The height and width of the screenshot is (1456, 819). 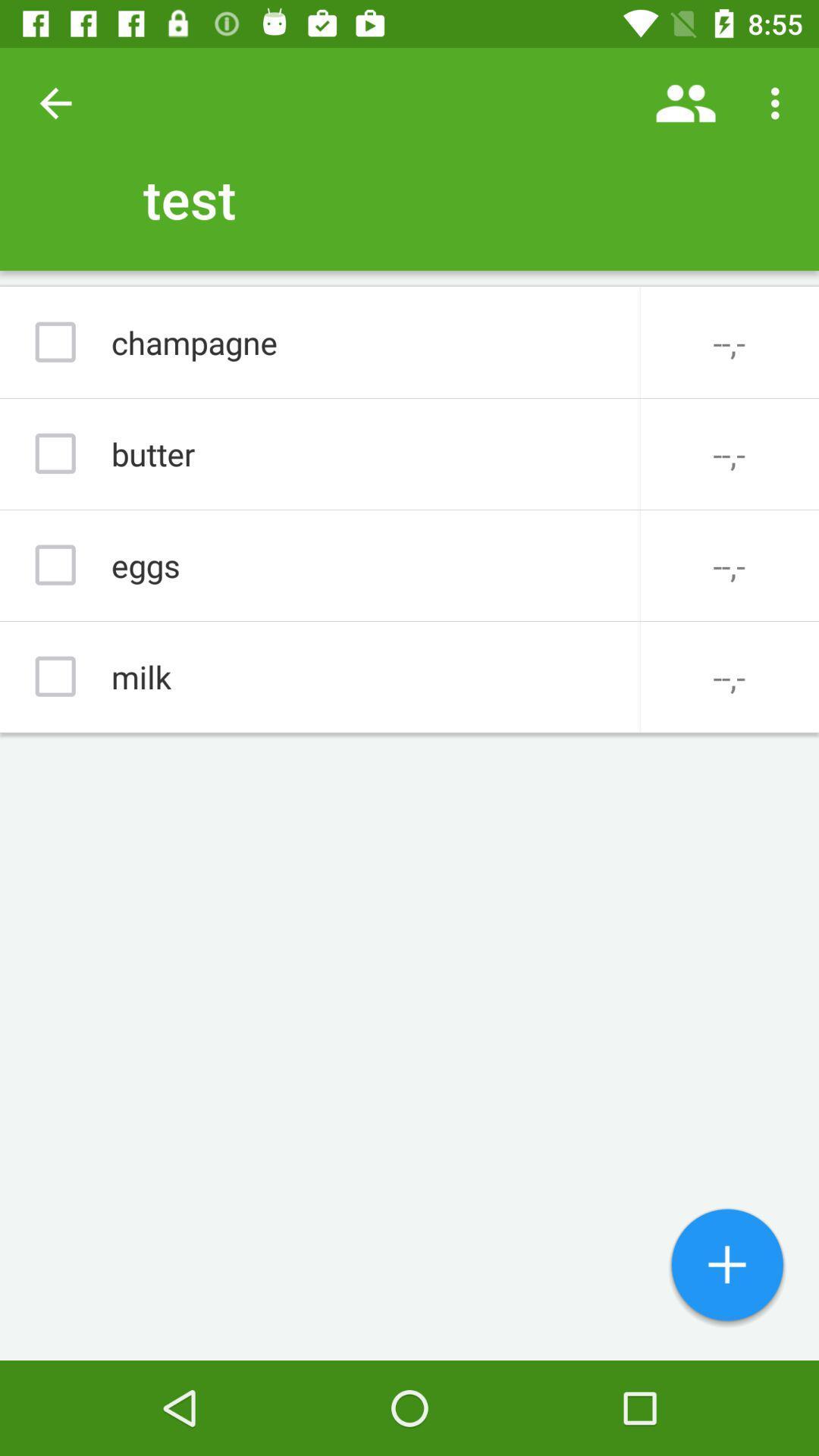 What do you see at coordinates (55, 102) in the screenshot?
I see `icon next to test` at bounding box center [55, 102].